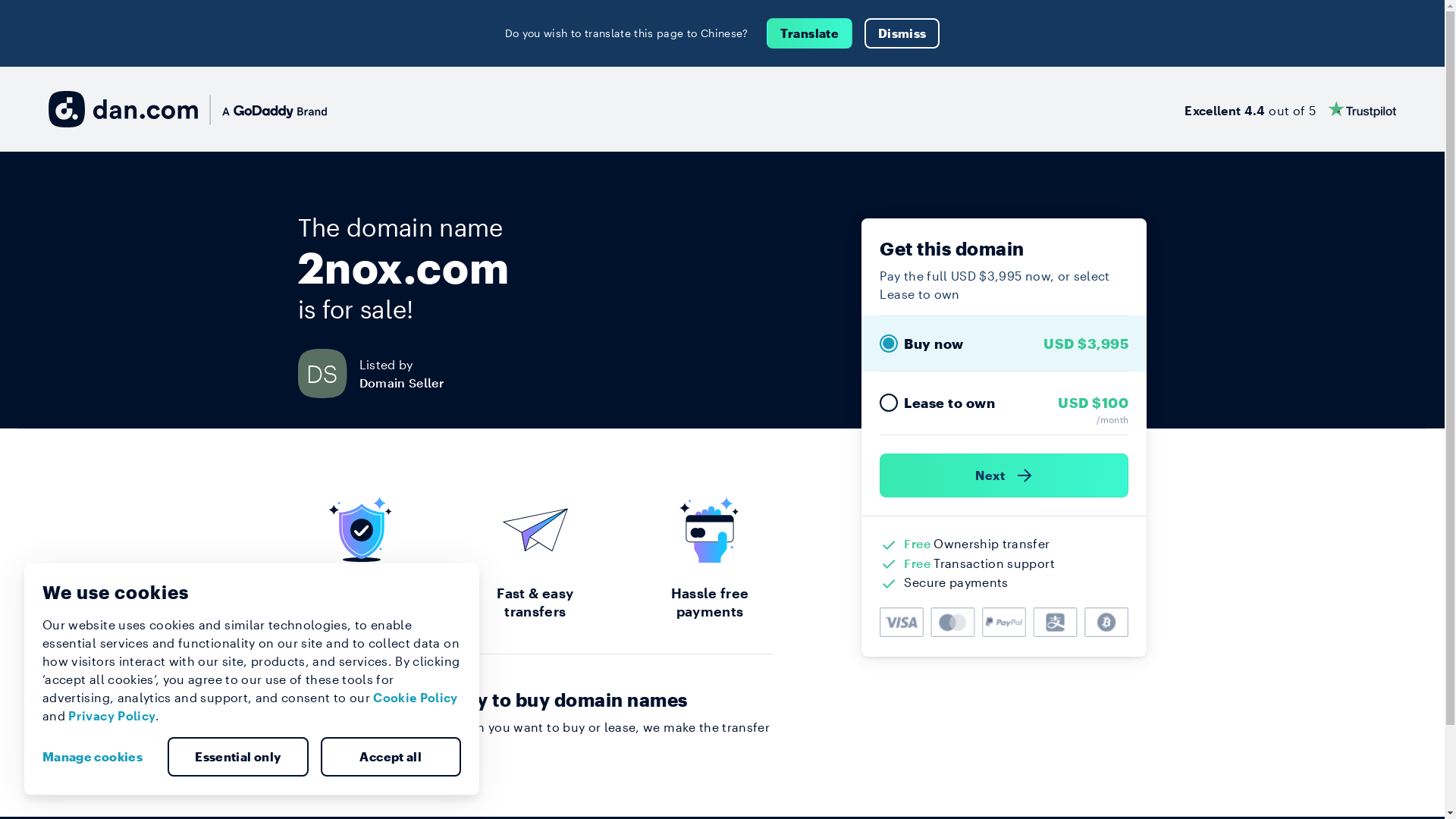 The width and height of the screenshot is (1456, 819). What do you see at coordinates (237, 757) in the screenshot?
I see `'Essential only'` at bounding box center [237, 757].